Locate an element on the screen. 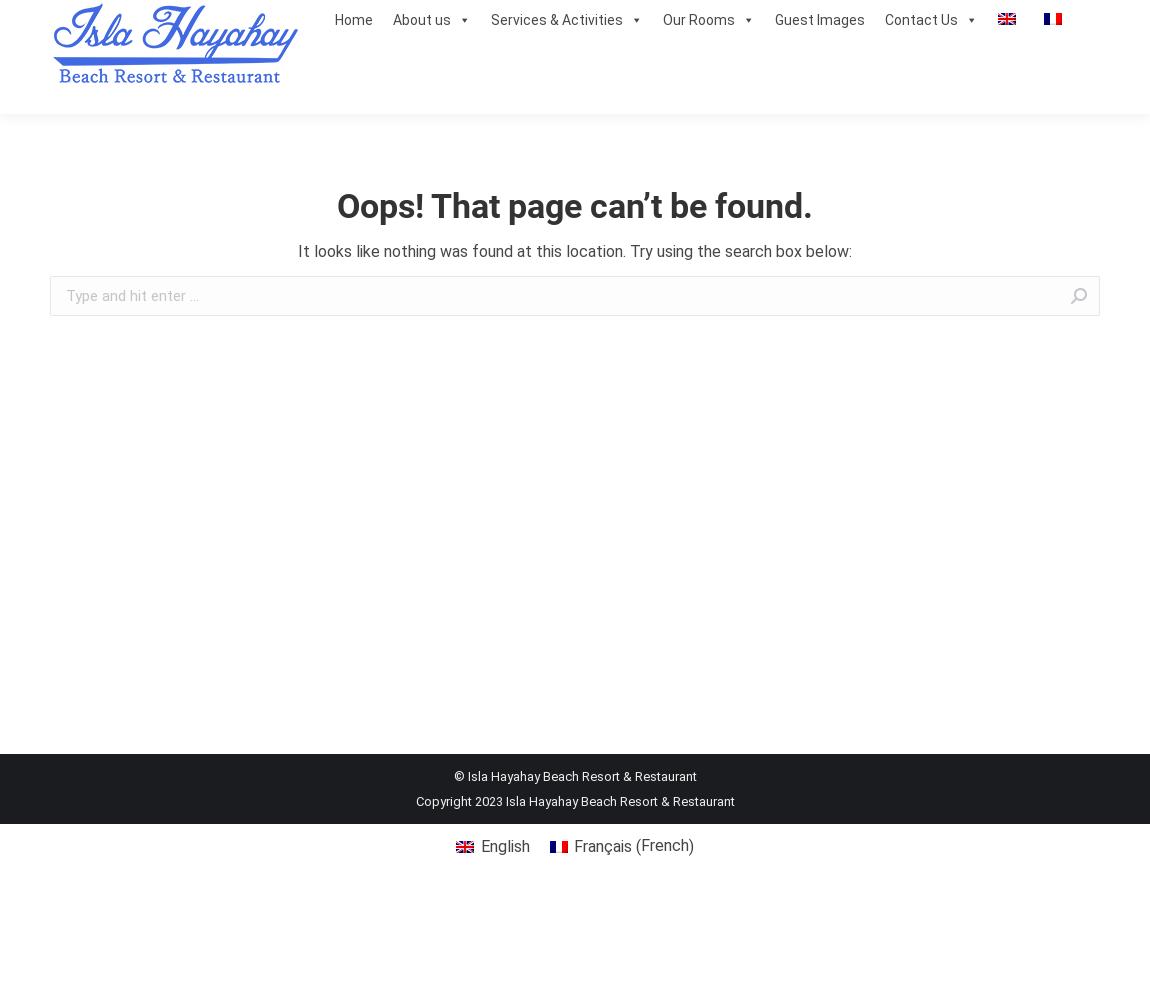 Image resolution: width=1150 pixels, height=1000 pixels. 'It looks like nothing was found at this location. Try using the search box below:' is located at coordinates (575, 251).